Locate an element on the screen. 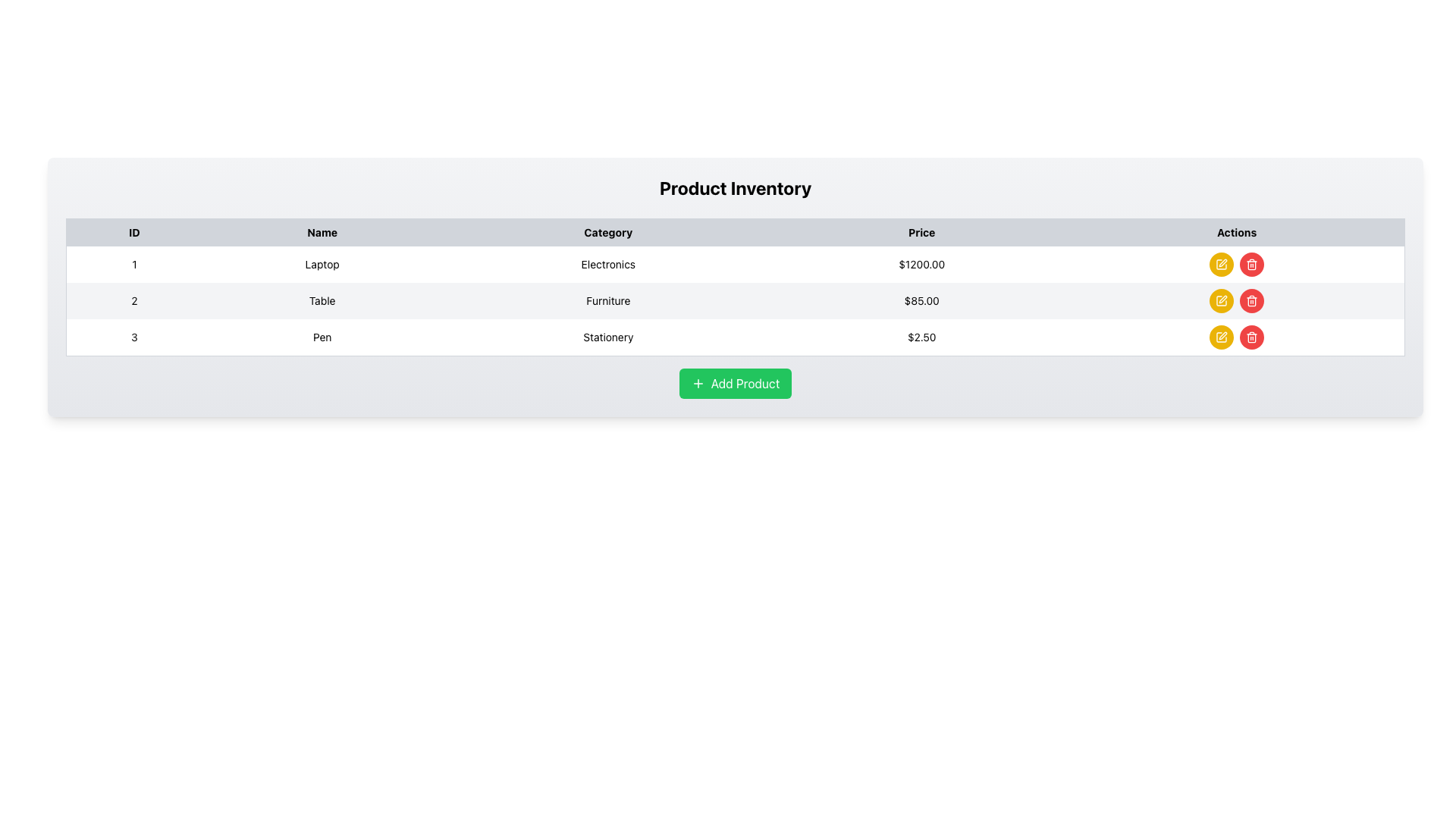 The height and width of the screenshot is (819, 1456). the edit button located in the 'Actions' column of the second row in the table is located at coordinates (1222, 301).